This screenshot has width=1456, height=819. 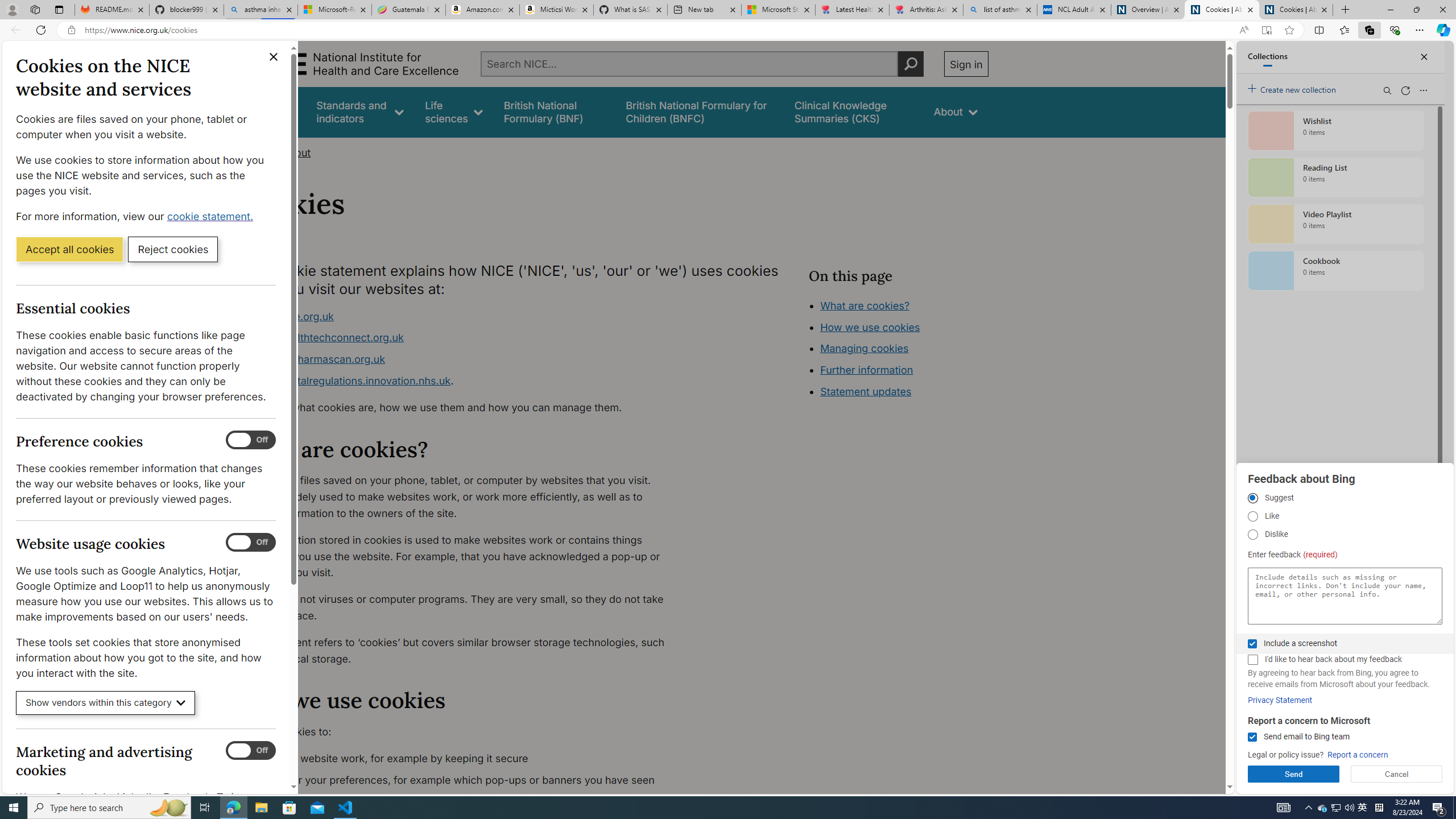 What do you see at coordinates (327, 337) in the screenshot?
I see `'www.healthtechconnect.org.uk'` at bounding box center [327, 337].